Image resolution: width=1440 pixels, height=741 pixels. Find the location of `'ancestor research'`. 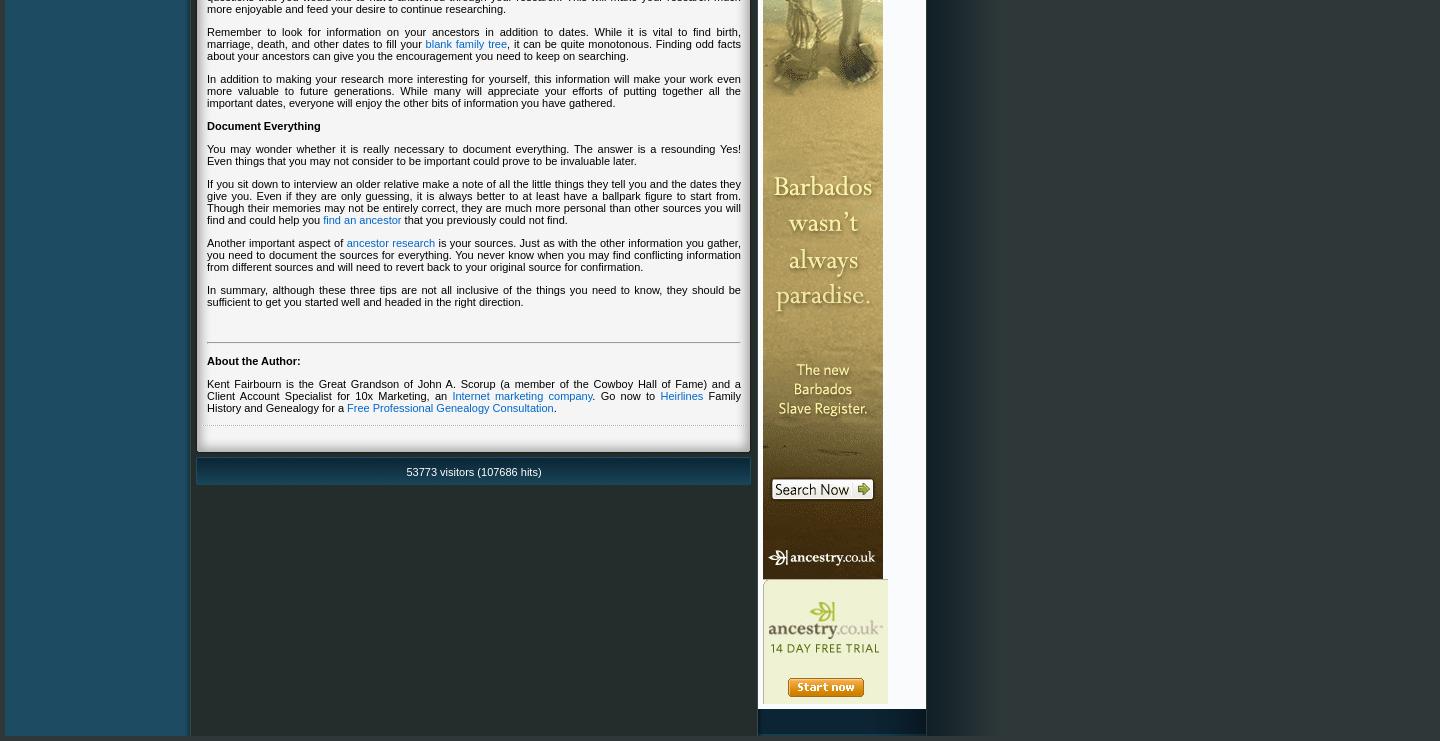

'ancestor research' is located at coordinates (346, 241).